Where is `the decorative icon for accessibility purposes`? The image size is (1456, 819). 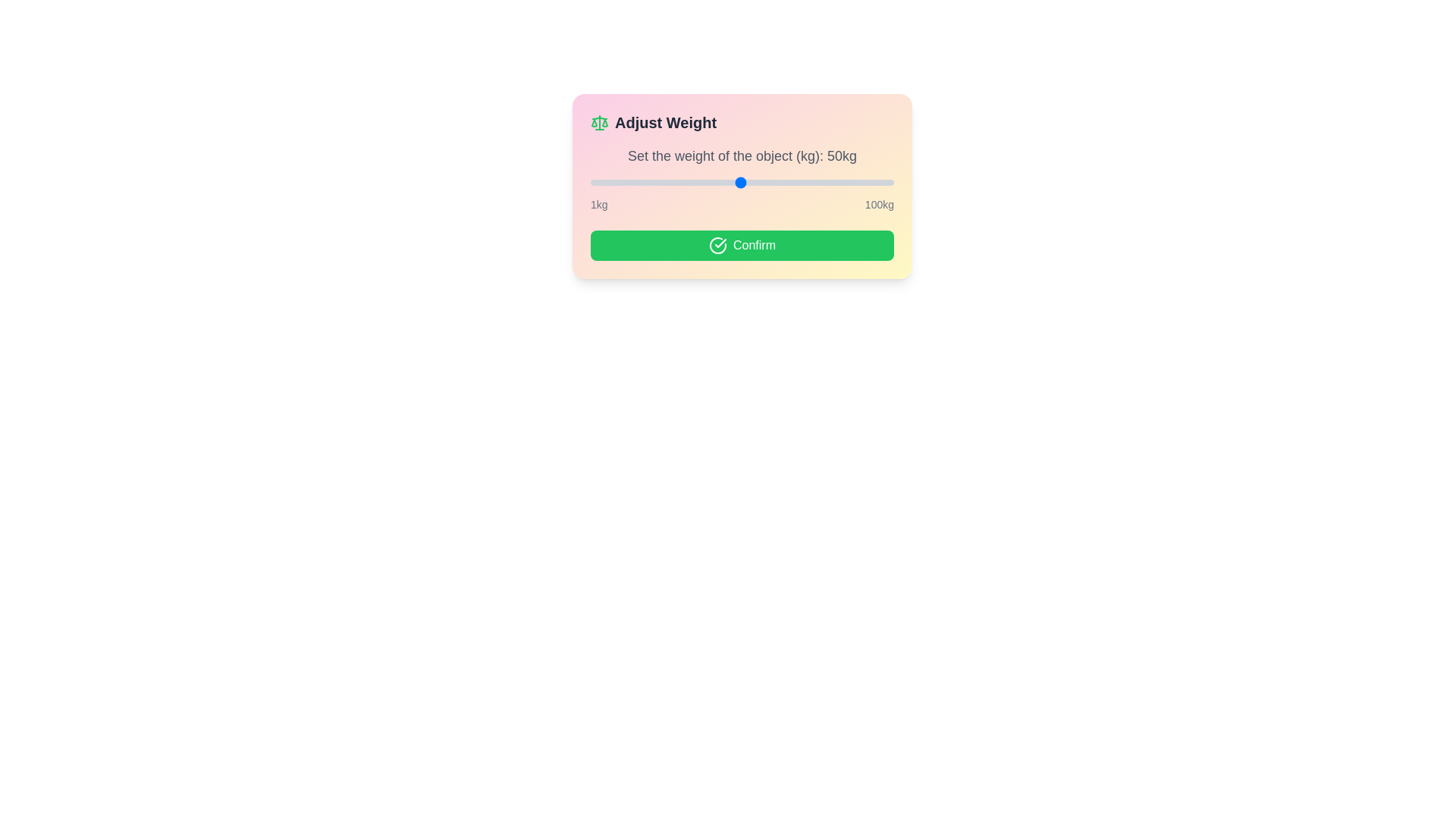
the decorative icon for accessibility purposes is located at coordinates (599, 122).